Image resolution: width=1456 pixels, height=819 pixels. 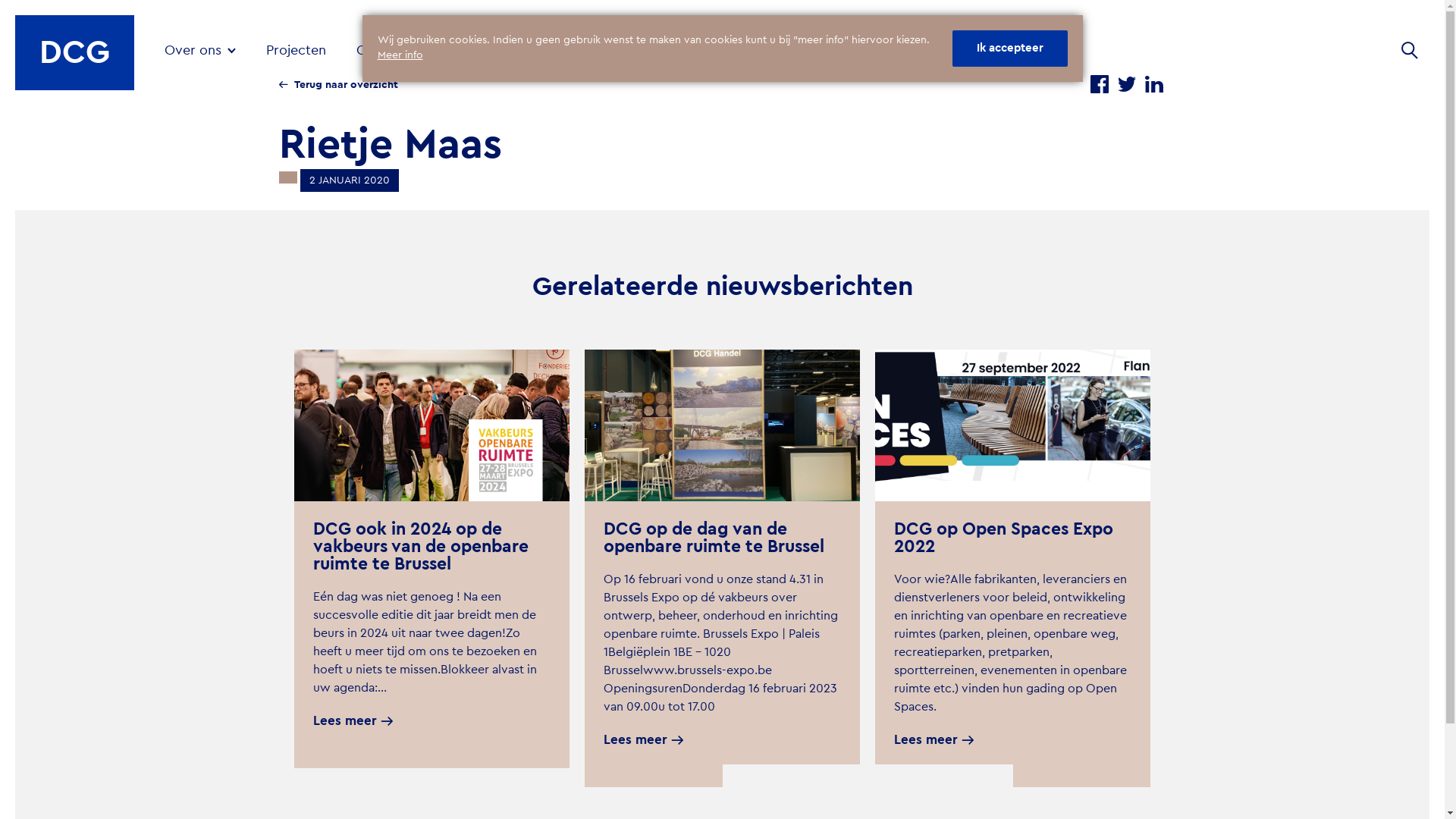 What do you see at coordinates (401, 49) in the screenshot?
I see `'Oplossingen'` at bounding box center [401, 49].